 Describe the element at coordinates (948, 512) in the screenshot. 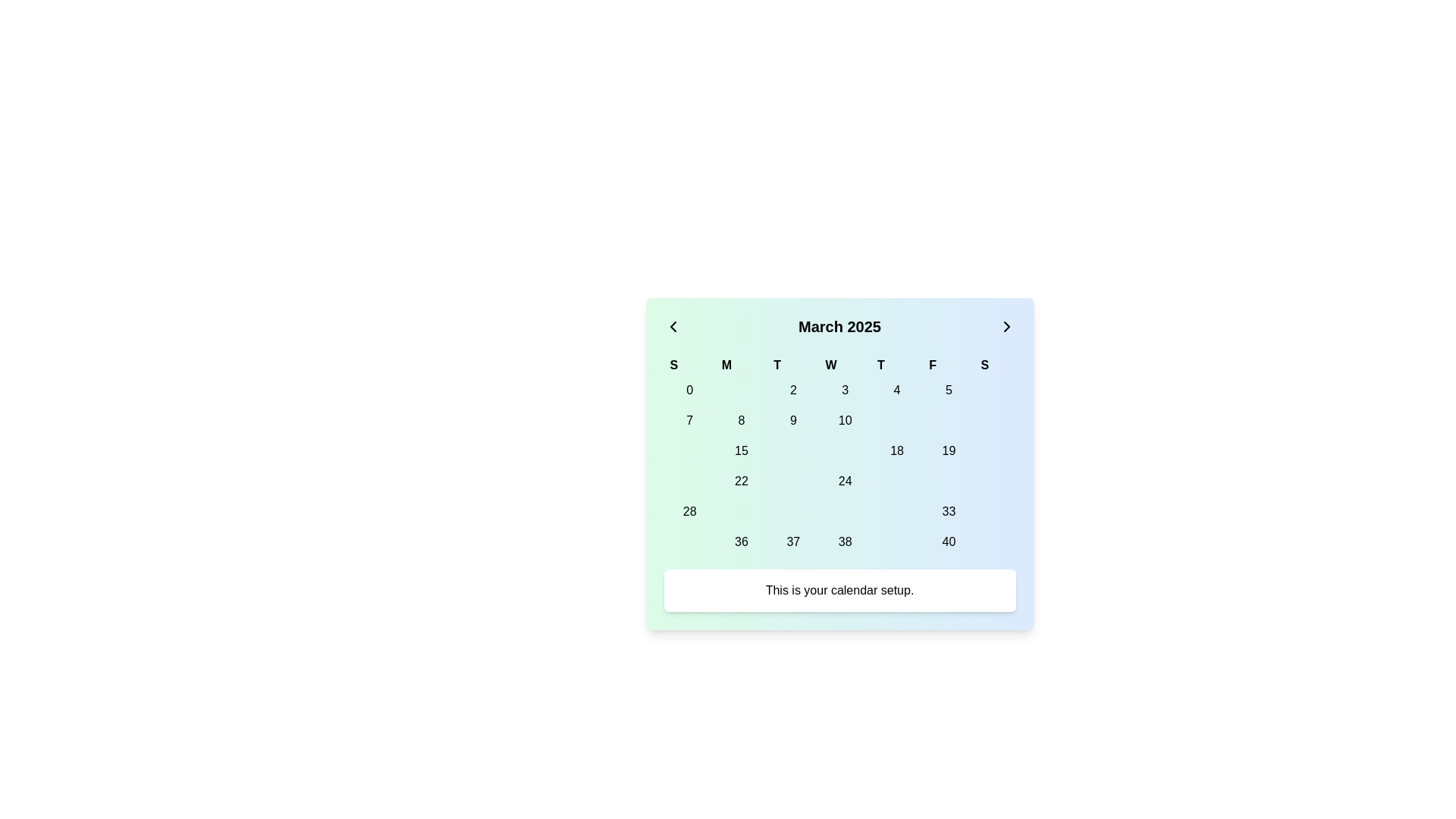

I see `the static text label displaying '33' in black, which is the sixth element in a series of seven horizontally arranged elements on a light-colored background` at that location.